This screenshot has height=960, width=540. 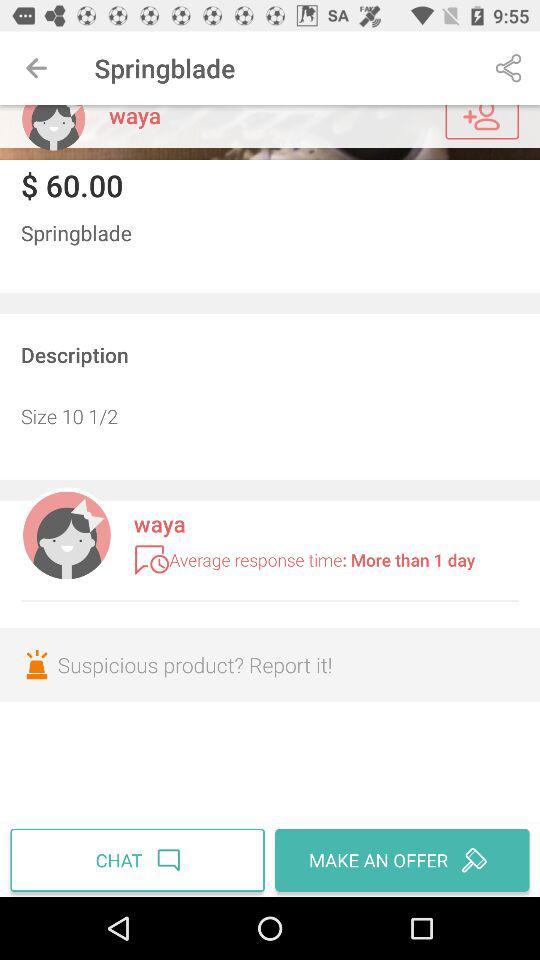 I want to click on the item next to the make an offer, so click(x=139, y=859).